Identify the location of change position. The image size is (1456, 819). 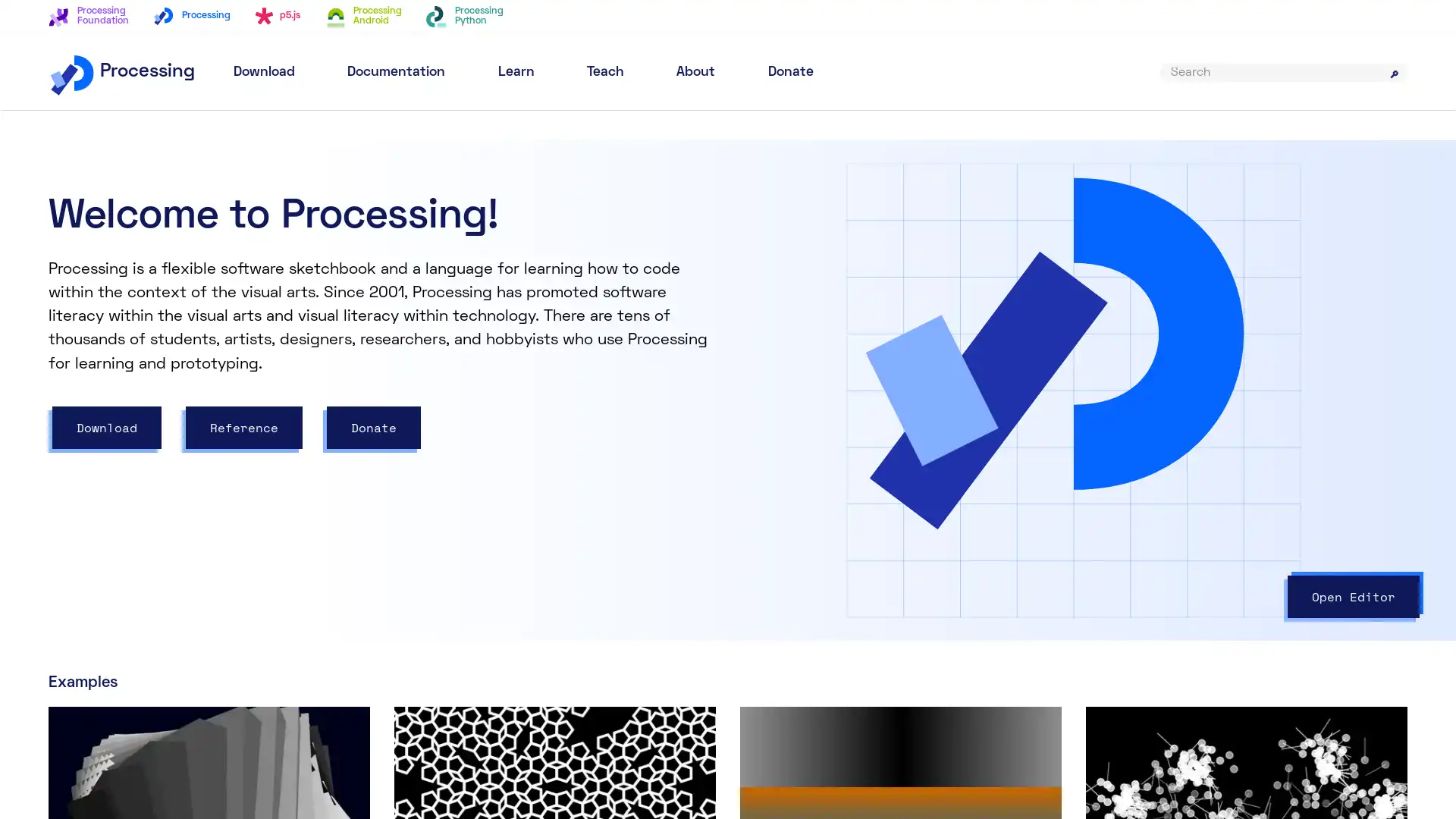
(905, 519).